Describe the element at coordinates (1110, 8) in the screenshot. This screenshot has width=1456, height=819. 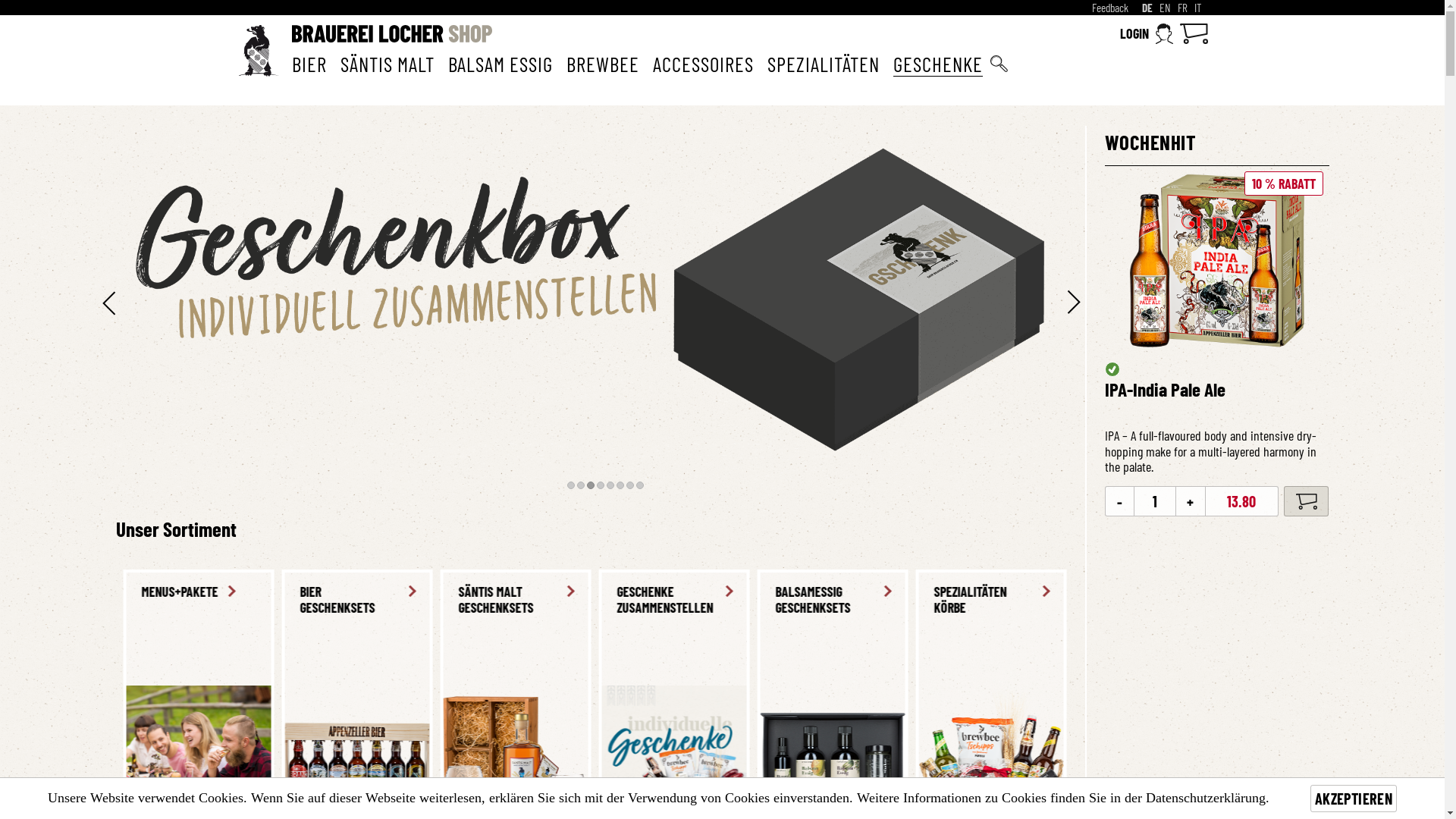
I see `'Feedback'` at that location.